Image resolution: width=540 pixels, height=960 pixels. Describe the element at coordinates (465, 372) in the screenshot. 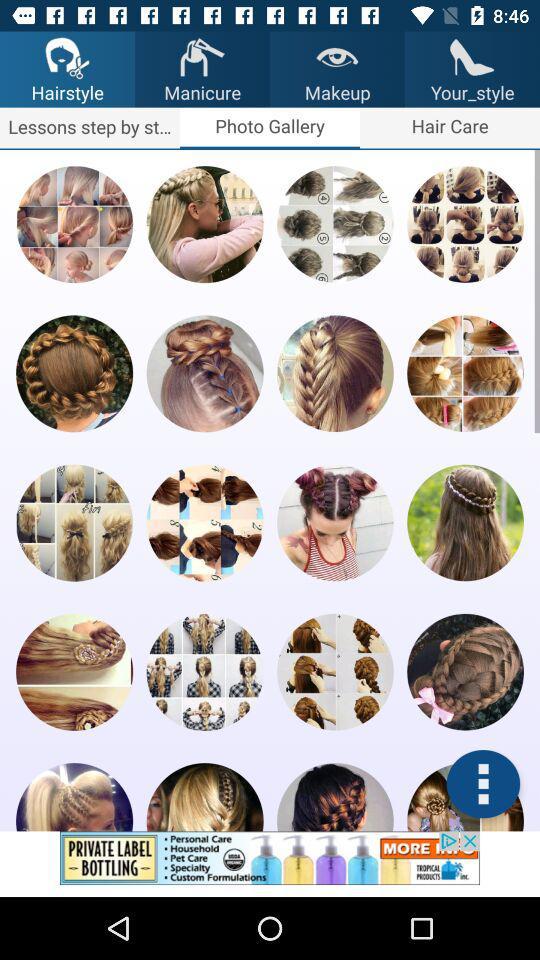

I see `open image` at that location.